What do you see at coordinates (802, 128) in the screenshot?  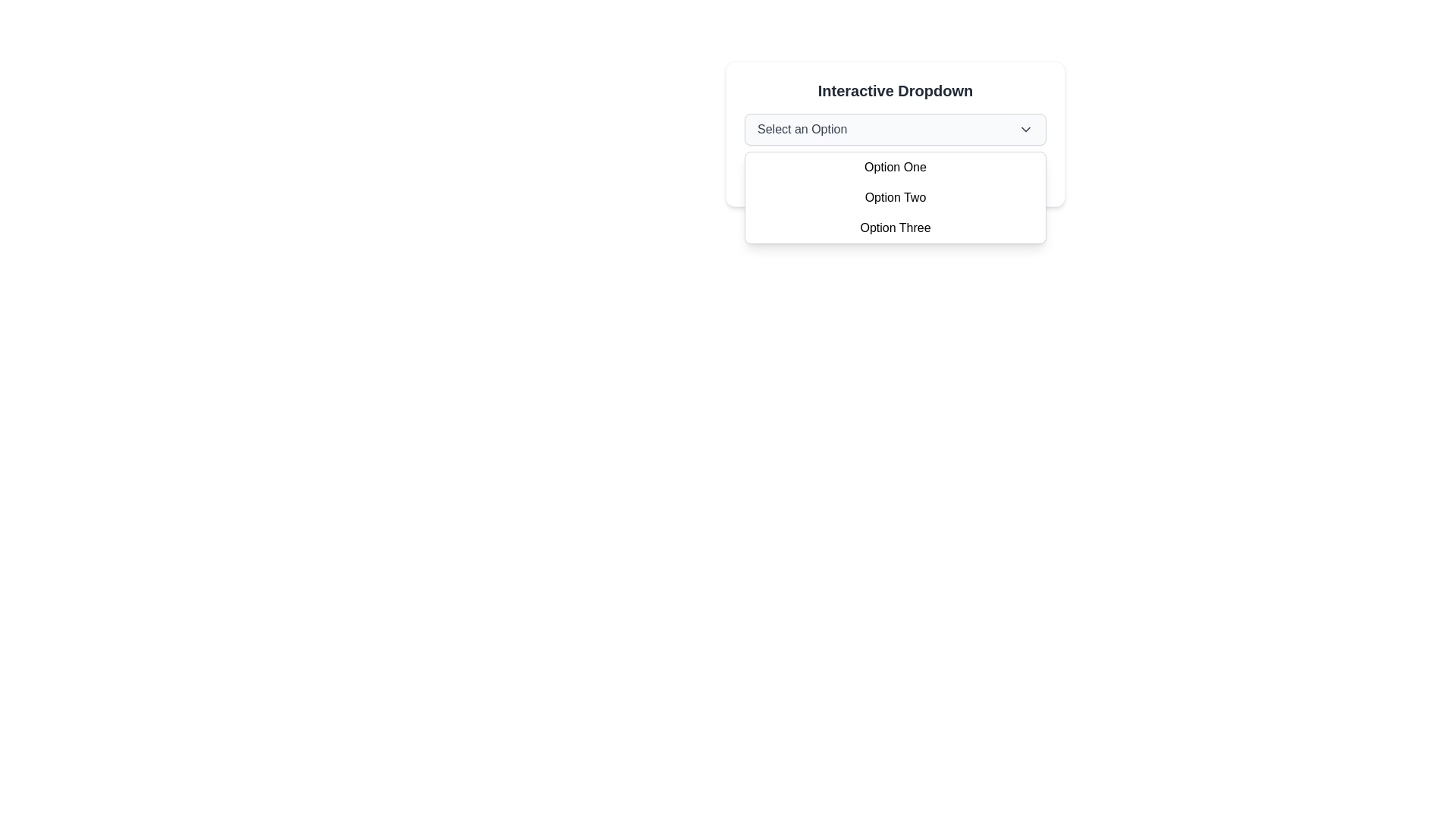 I see `the text label that reads 'Select an Option.' located inside the dropdown control, positioned to the left of the dropdown arrow icon` at bounding box center [802, 128].